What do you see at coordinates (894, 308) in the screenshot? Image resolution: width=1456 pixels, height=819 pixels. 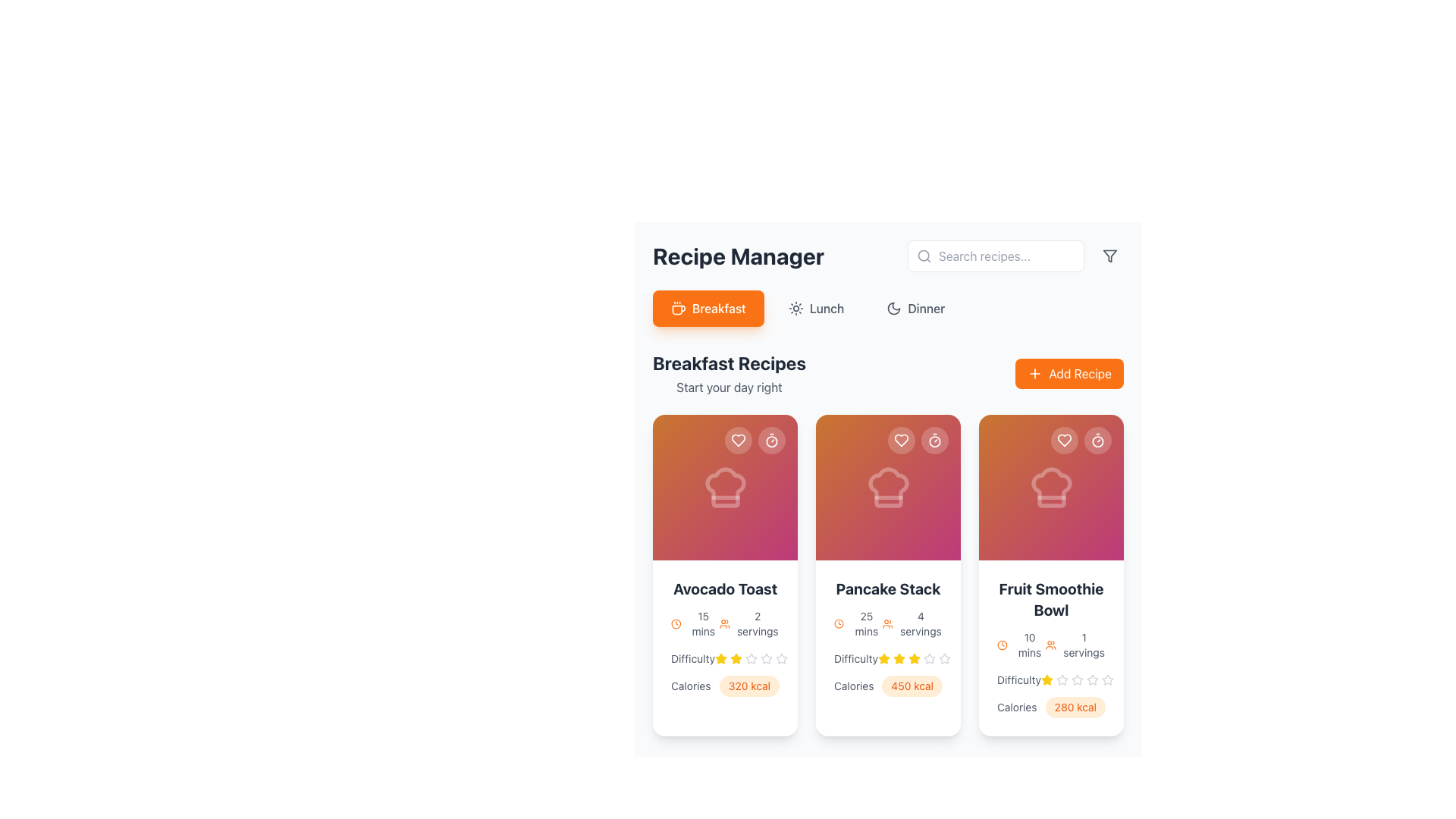 I see `the decorative icon representing the 'Dinner' section of the application, located to the left of the 'Dinner' text label and adjacent to 'Breakfast' and 'Lunch' buttons` at bounding box center [894, 308].